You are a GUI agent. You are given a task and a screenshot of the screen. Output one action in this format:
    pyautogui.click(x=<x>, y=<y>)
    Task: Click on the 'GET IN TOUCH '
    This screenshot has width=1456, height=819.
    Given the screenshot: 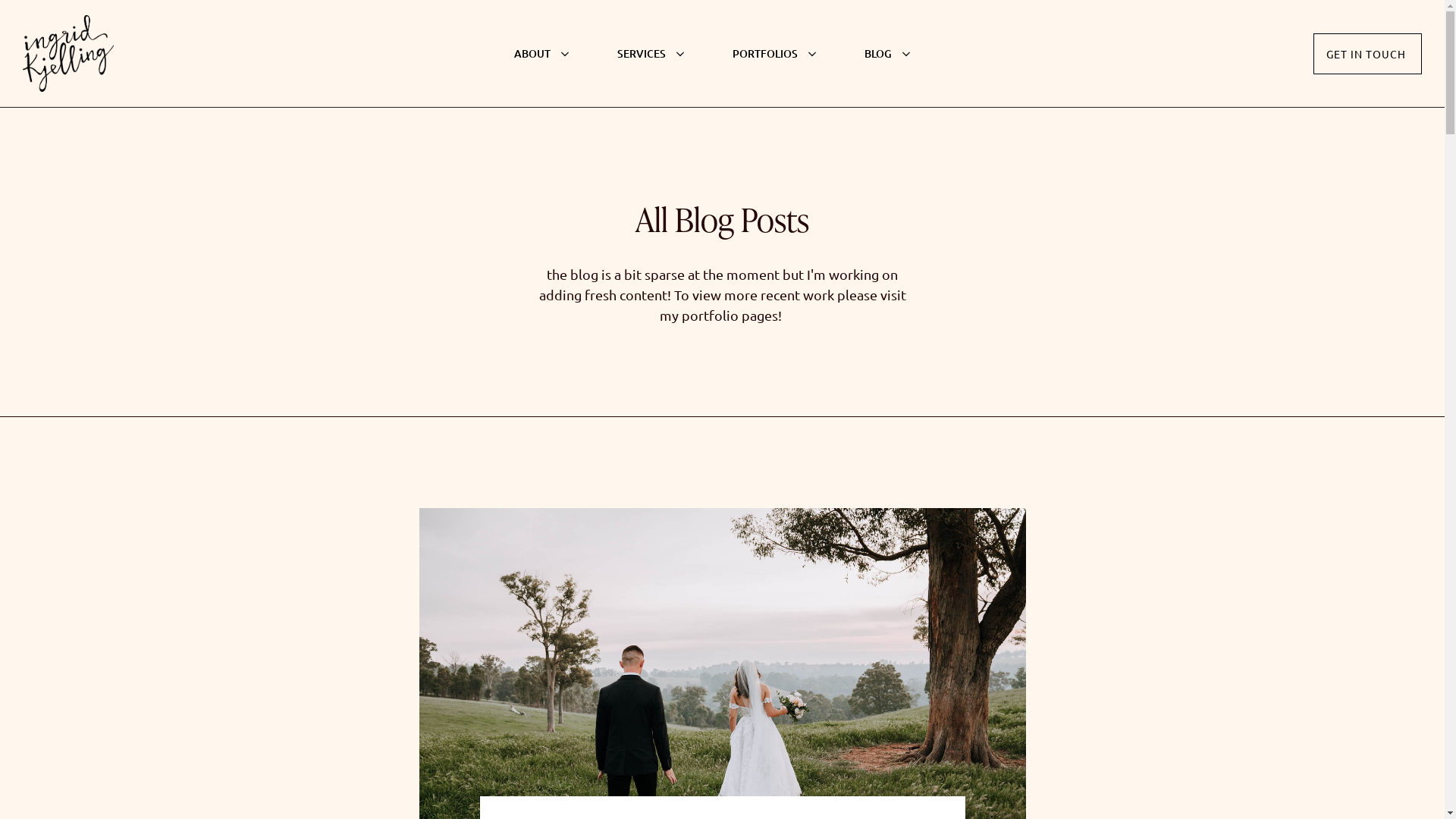 What is the action you would take?
    pyautogui.click(x=1367, y=52)
    